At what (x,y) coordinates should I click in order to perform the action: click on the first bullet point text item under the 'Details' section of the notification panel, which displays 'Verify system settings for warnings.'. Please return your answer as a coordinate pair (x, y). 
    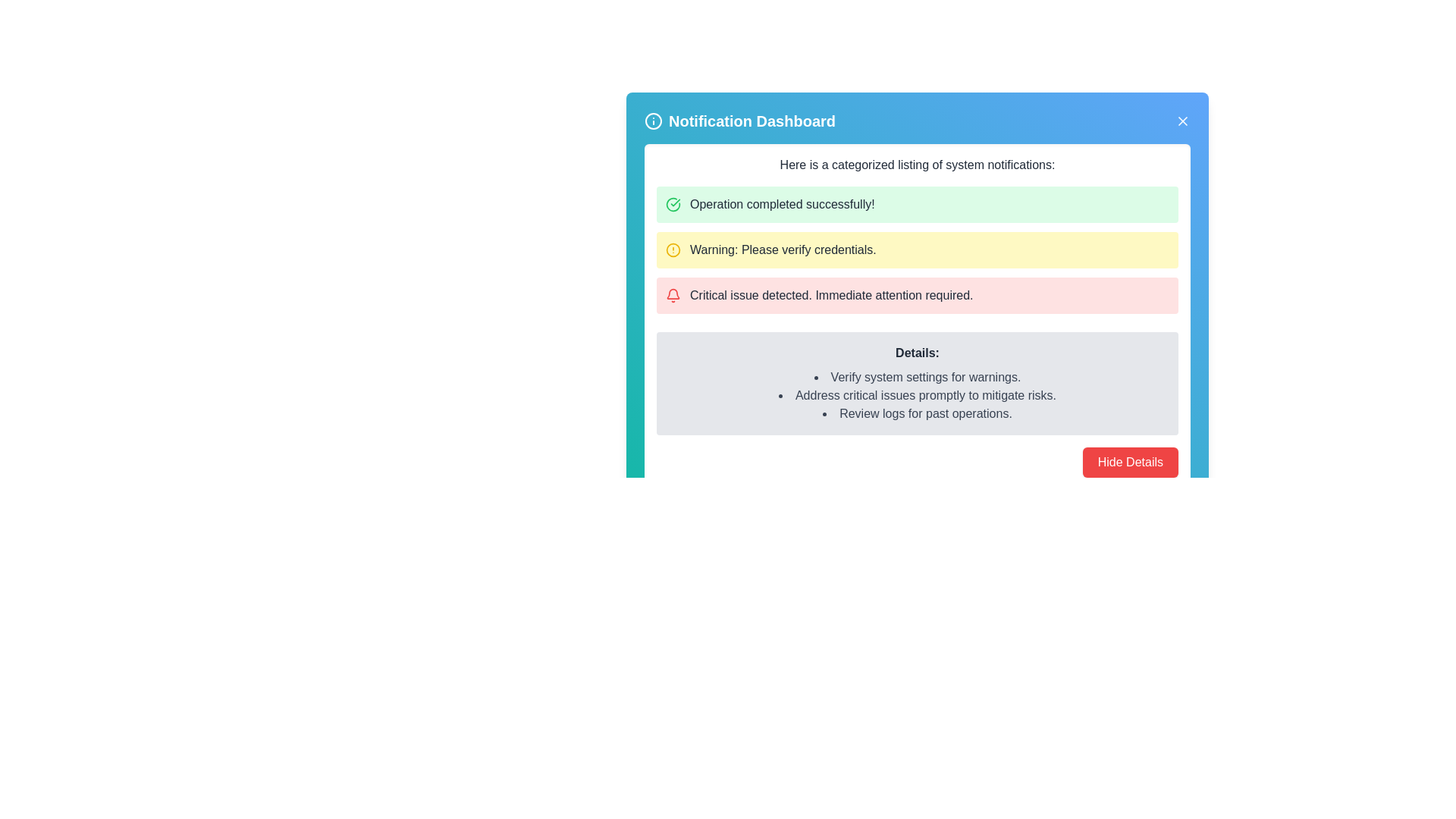
    Looking at the image, I should click on (916, 376).